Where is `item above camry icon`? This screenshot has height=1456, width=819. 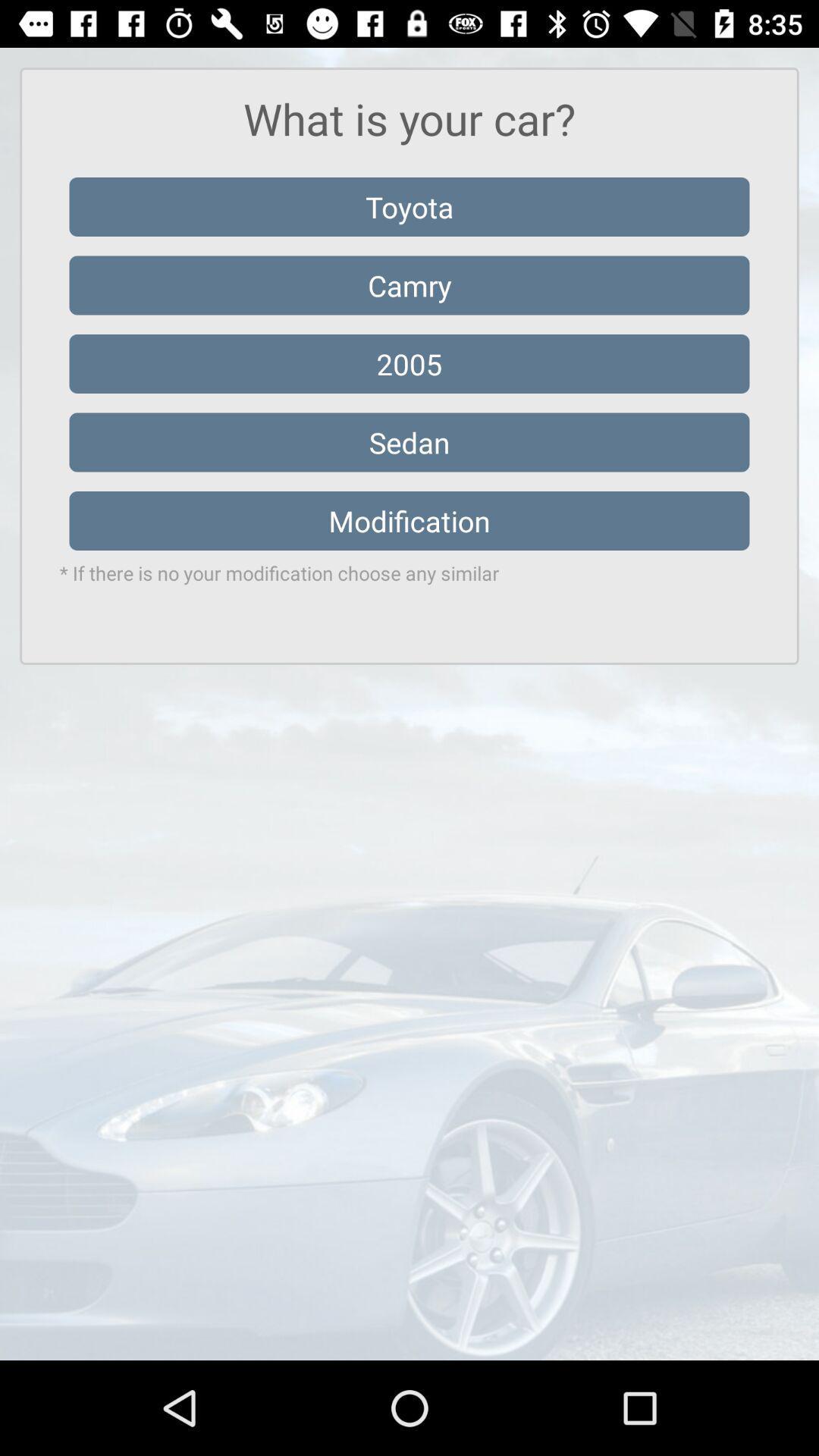 item above camry icon is located at coordinates (409, 206).